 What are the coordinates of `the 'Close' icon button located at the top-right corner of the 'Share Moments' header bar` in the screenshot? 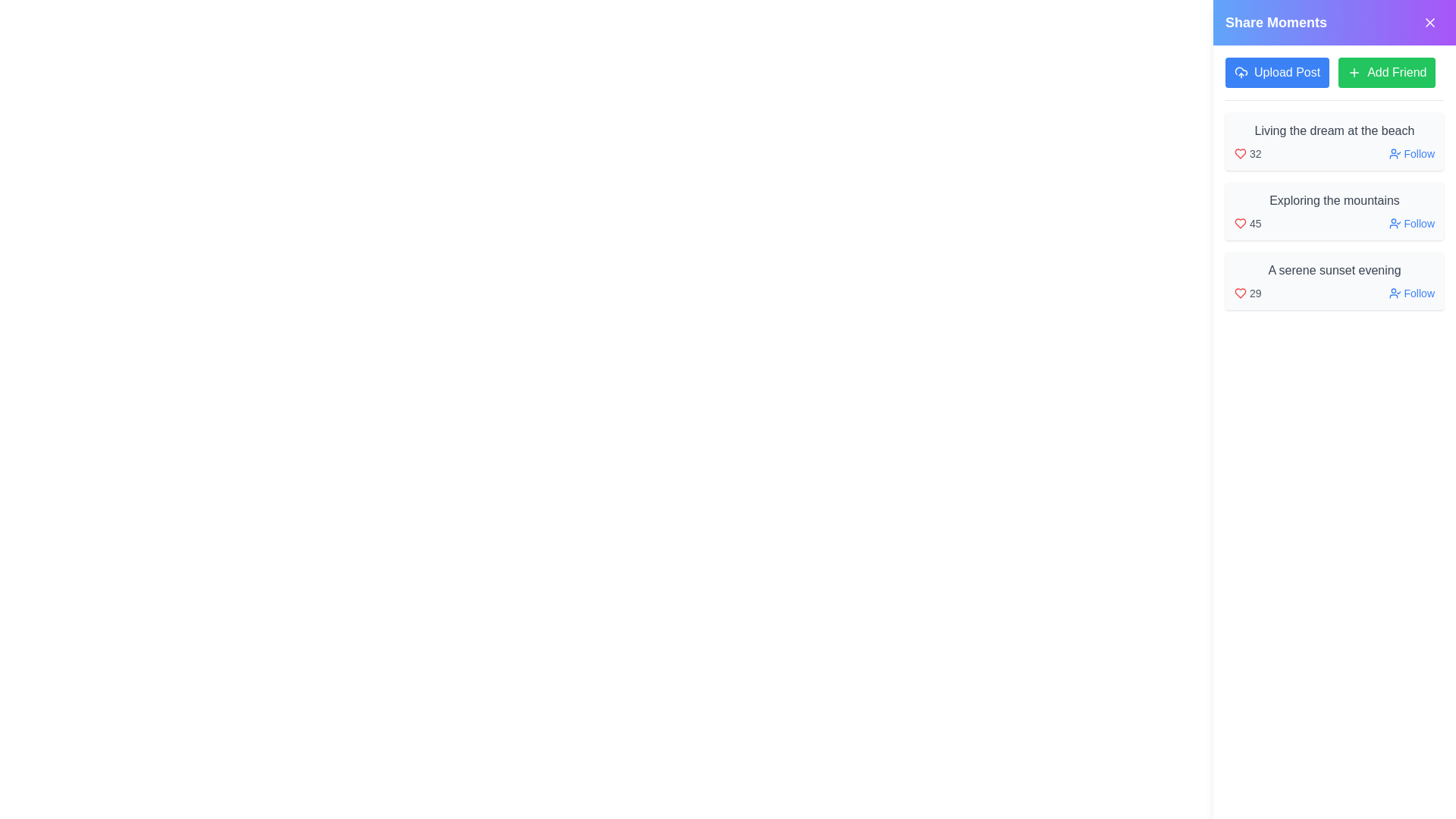 It's located at (1429, 23).